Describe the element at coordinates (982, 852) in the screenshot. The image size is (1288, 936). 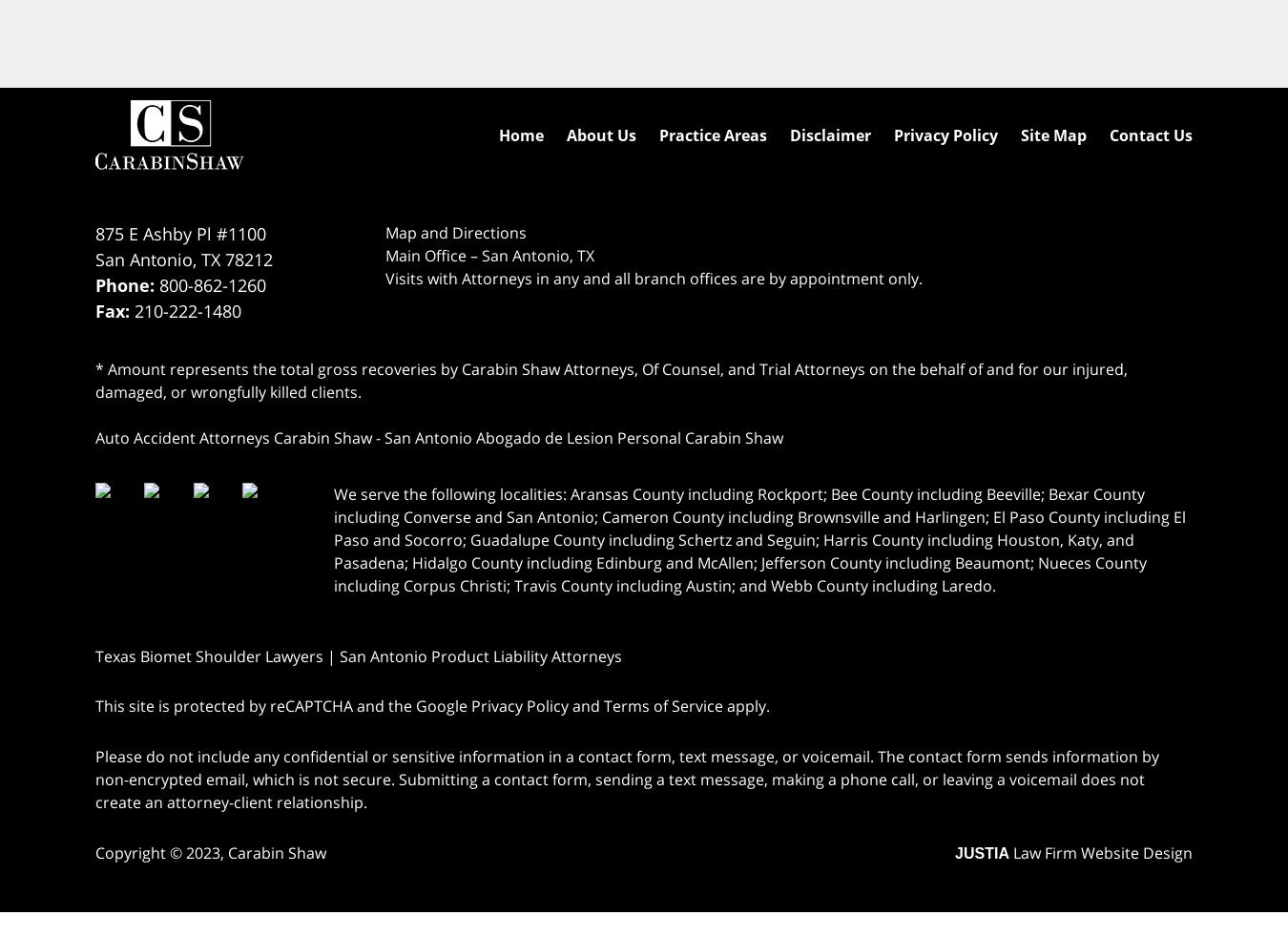
I see `'Justia'` at that location.